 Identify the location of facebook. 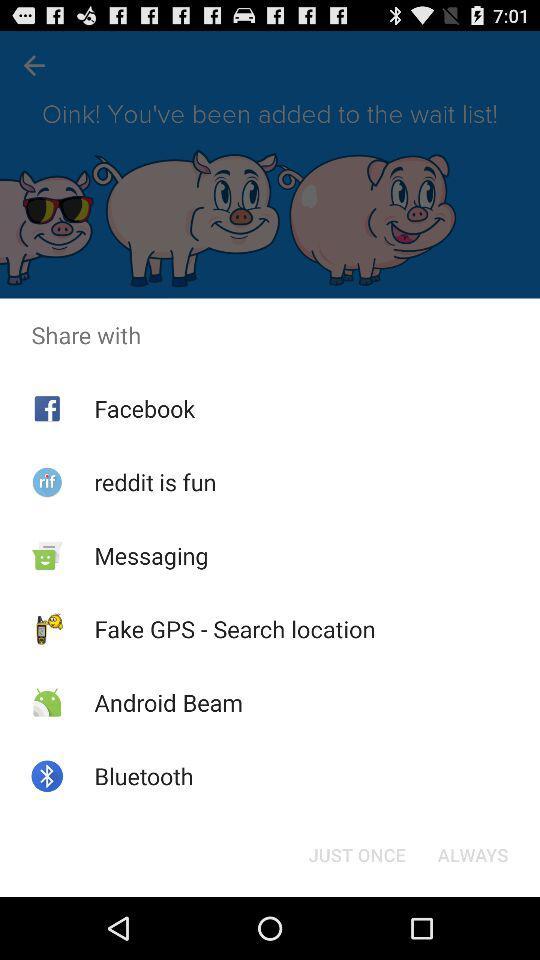
(143, 407).